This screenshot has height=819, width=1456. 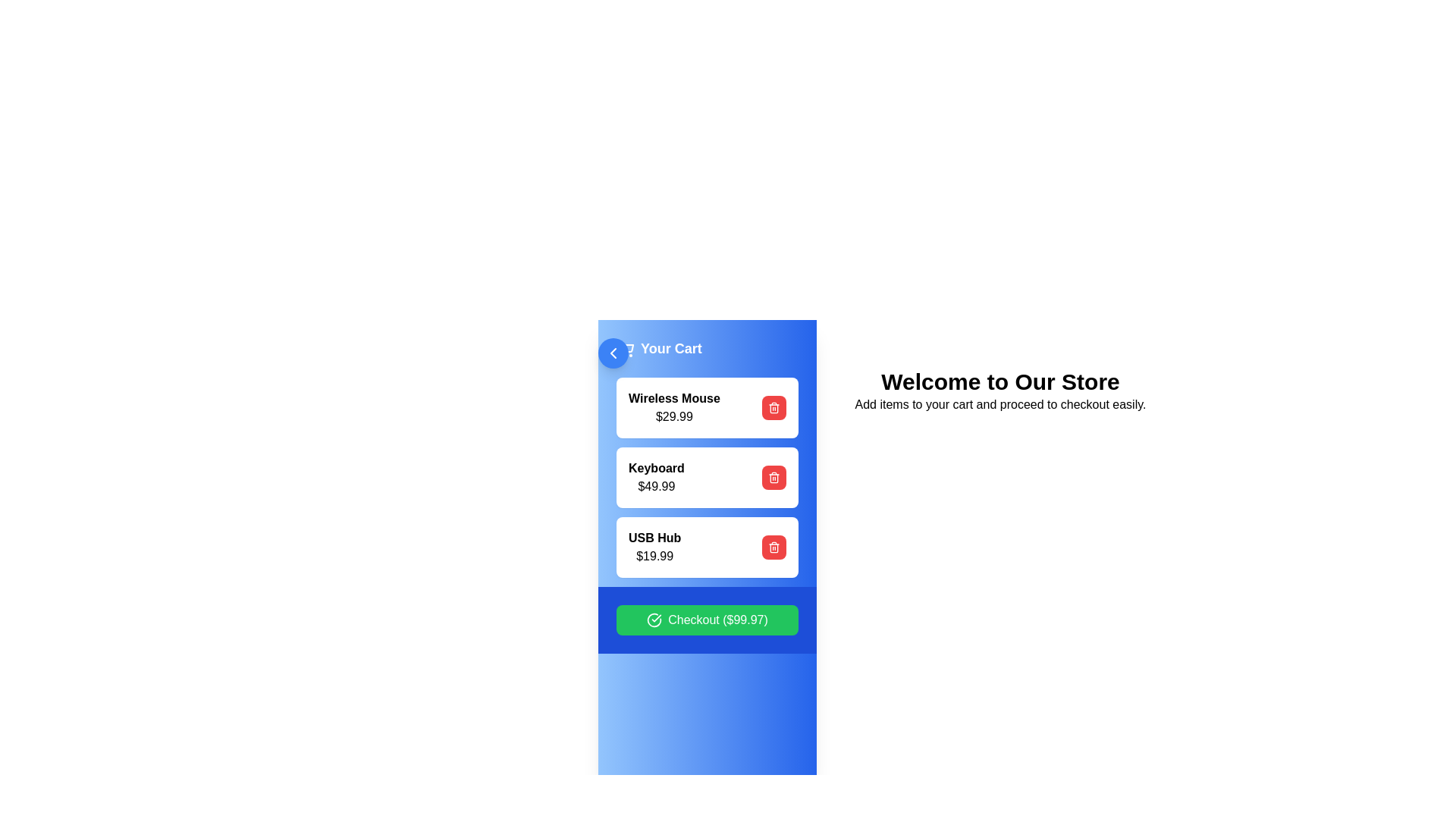 What do you see at coordinates (613, 353) in the screenshot?
I see `the navigation button located at the top-left corner of the cart section` at bounding box center [613, 353].